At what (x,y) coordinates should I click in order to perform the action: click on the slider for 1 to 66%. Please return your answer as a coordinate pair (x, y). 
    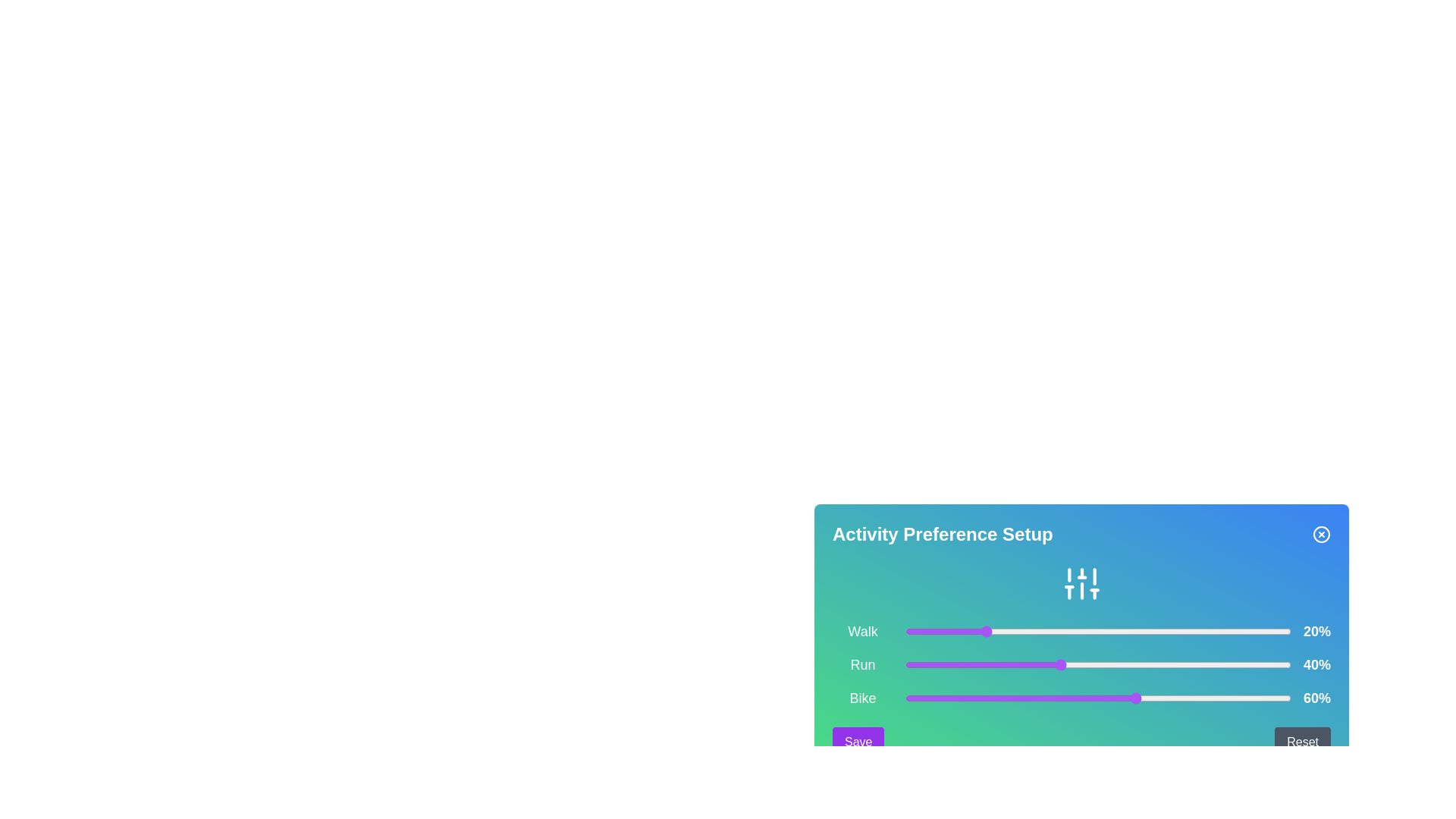
    Looking at the image, I should click on (1159, 664).